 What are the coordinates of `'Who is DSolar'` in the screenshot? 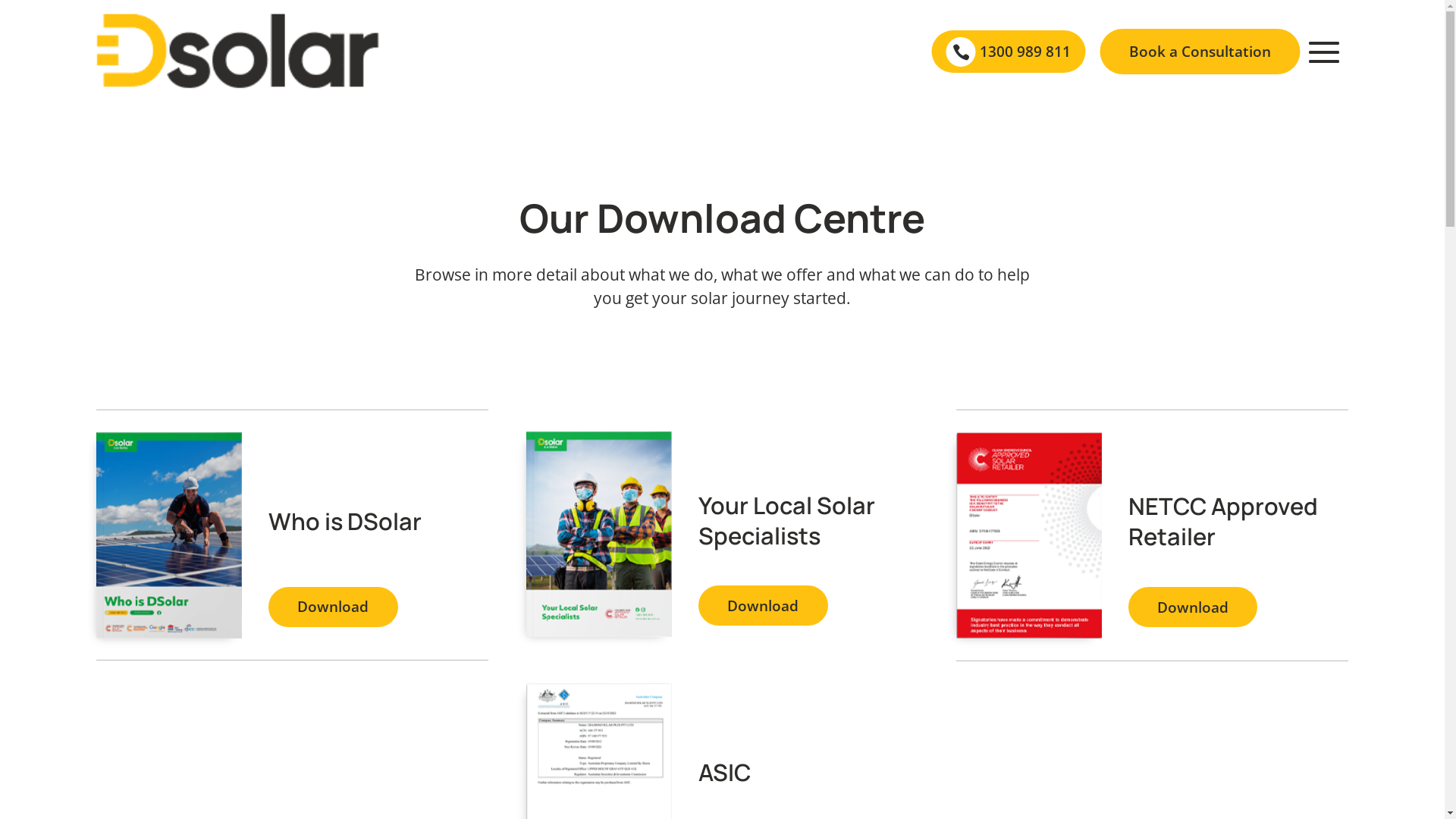 It's located at (344, 519).